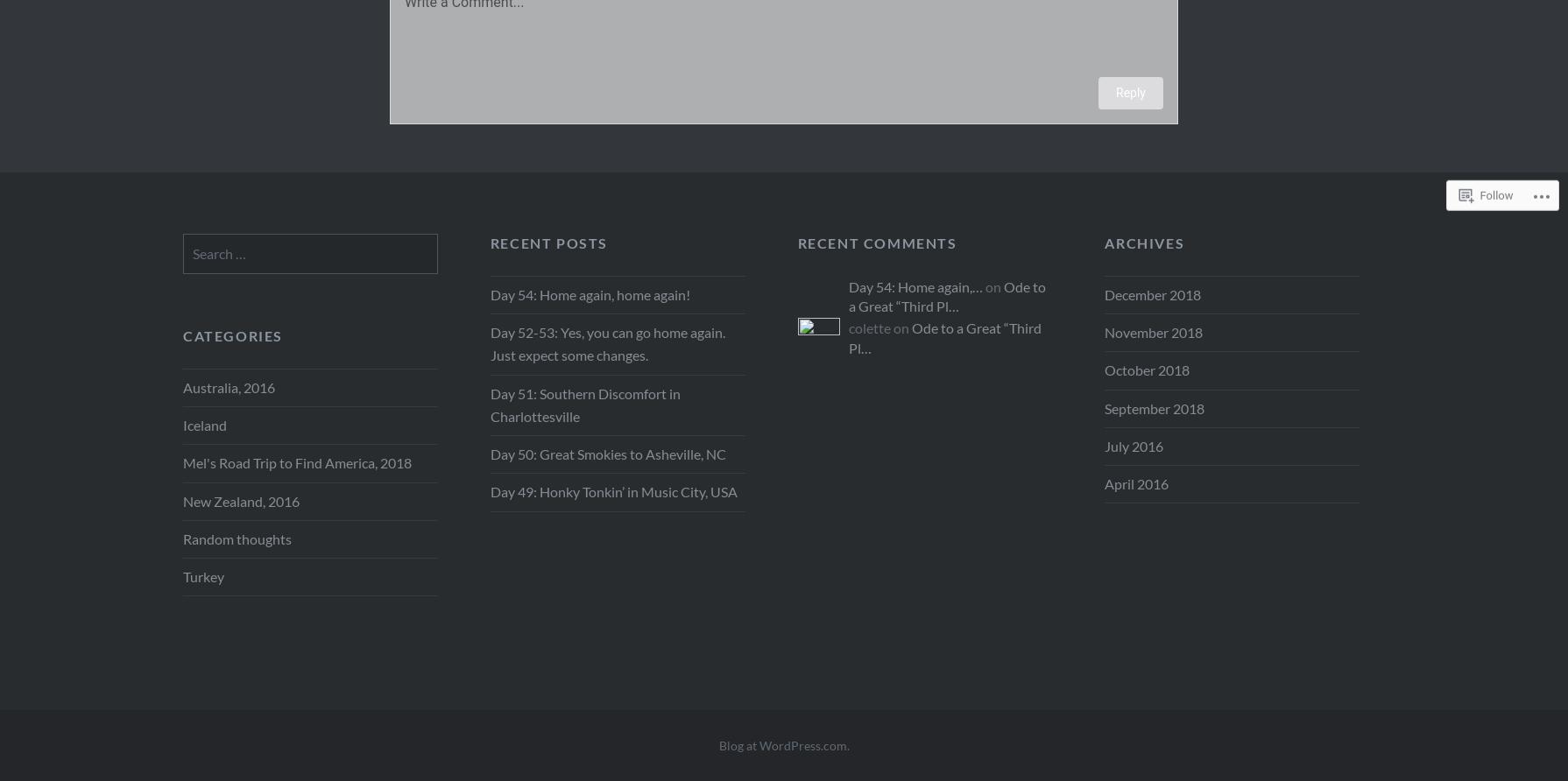 Image resolution: width=1568 pixels, height=781 pixels. I want to click on 'Mel's Road Trip to Find America, 2018', so click(183, 462).